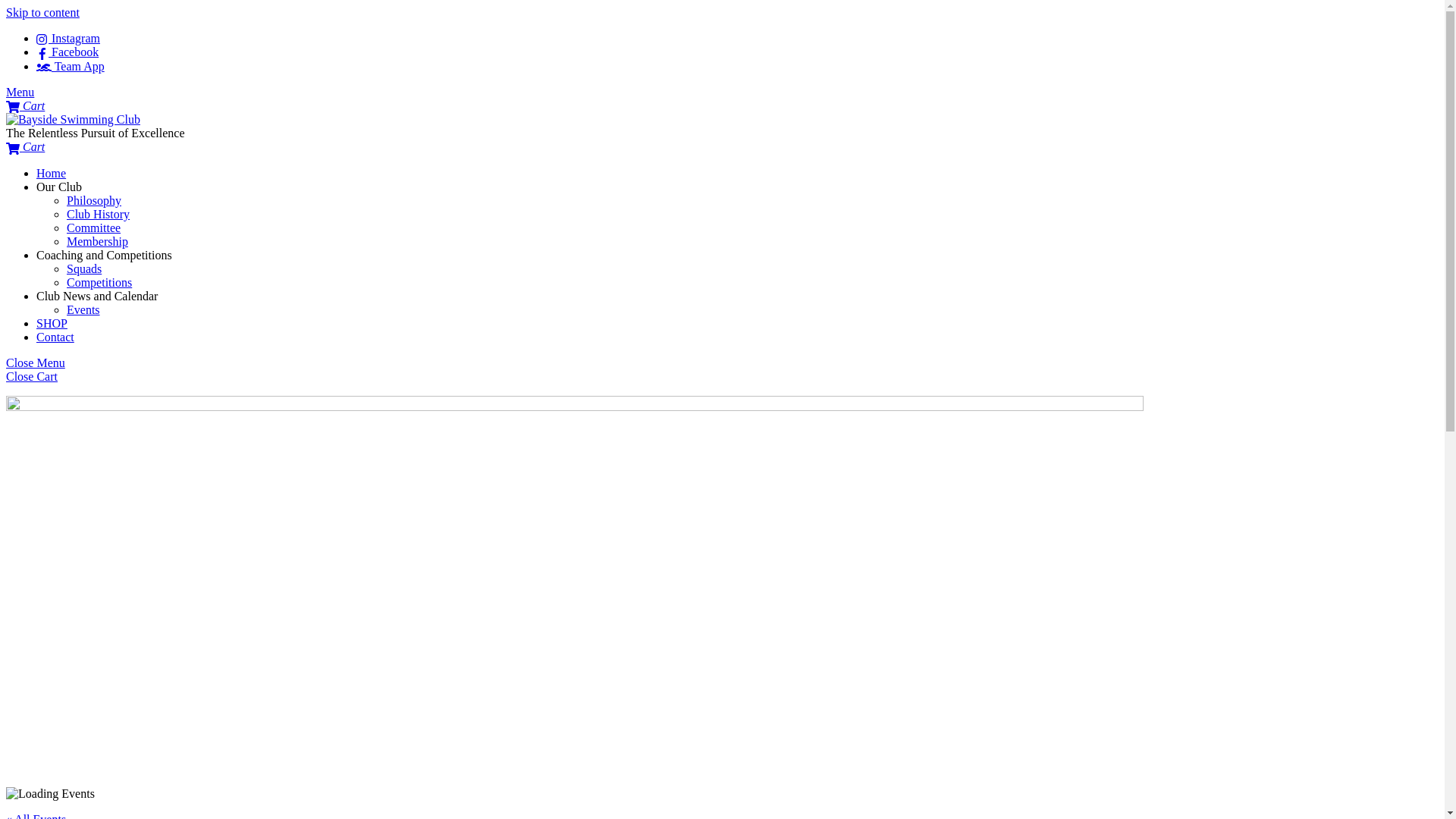  I want to click on 'Squads', so click(83, 268).